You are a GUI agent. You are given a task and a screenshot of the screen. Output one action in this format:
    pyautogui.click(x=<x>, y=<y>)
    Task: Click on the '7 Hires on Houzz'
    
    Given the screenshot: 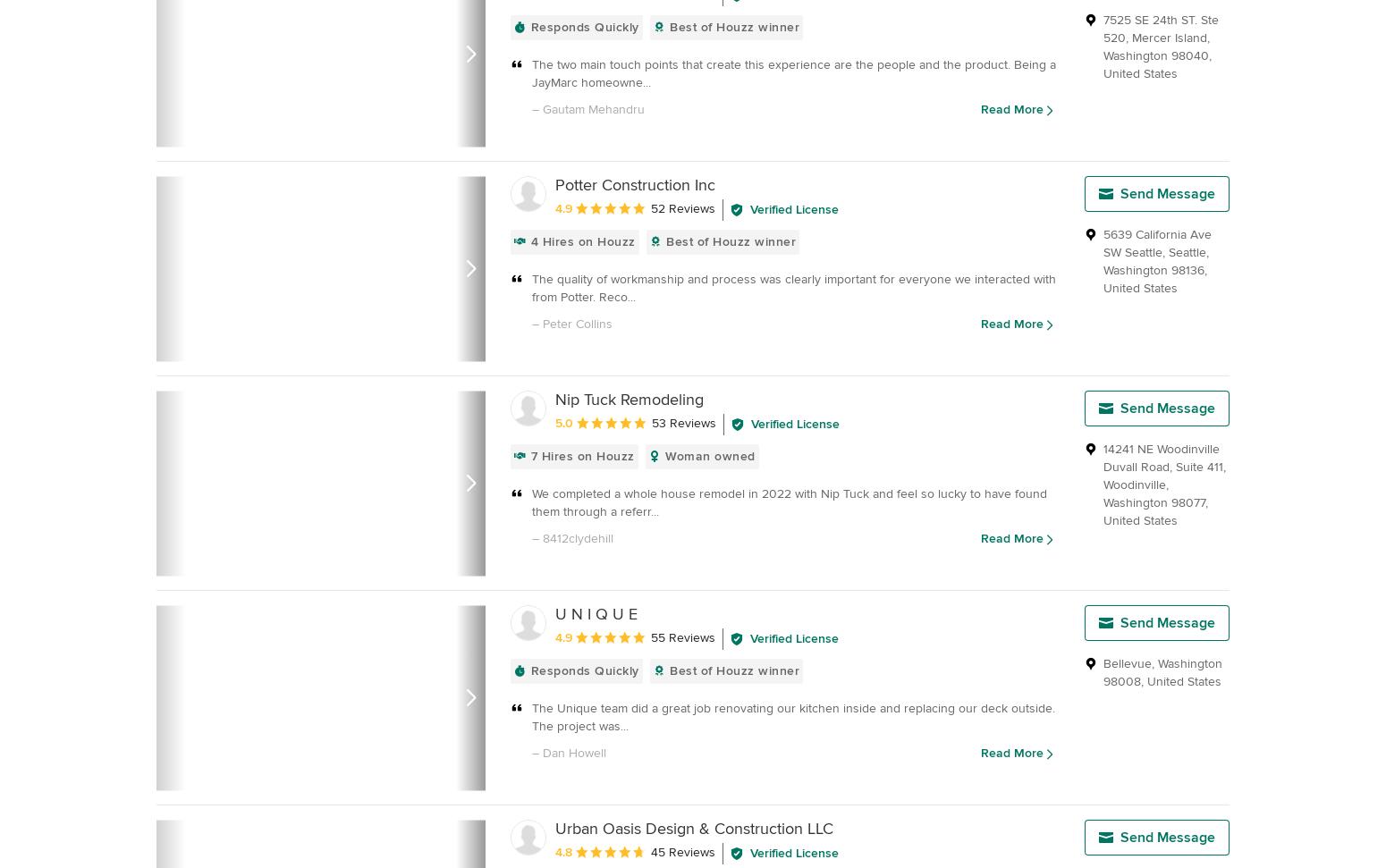 What is the action you would take?
    pyautogui.click(x=581, y=455)
    